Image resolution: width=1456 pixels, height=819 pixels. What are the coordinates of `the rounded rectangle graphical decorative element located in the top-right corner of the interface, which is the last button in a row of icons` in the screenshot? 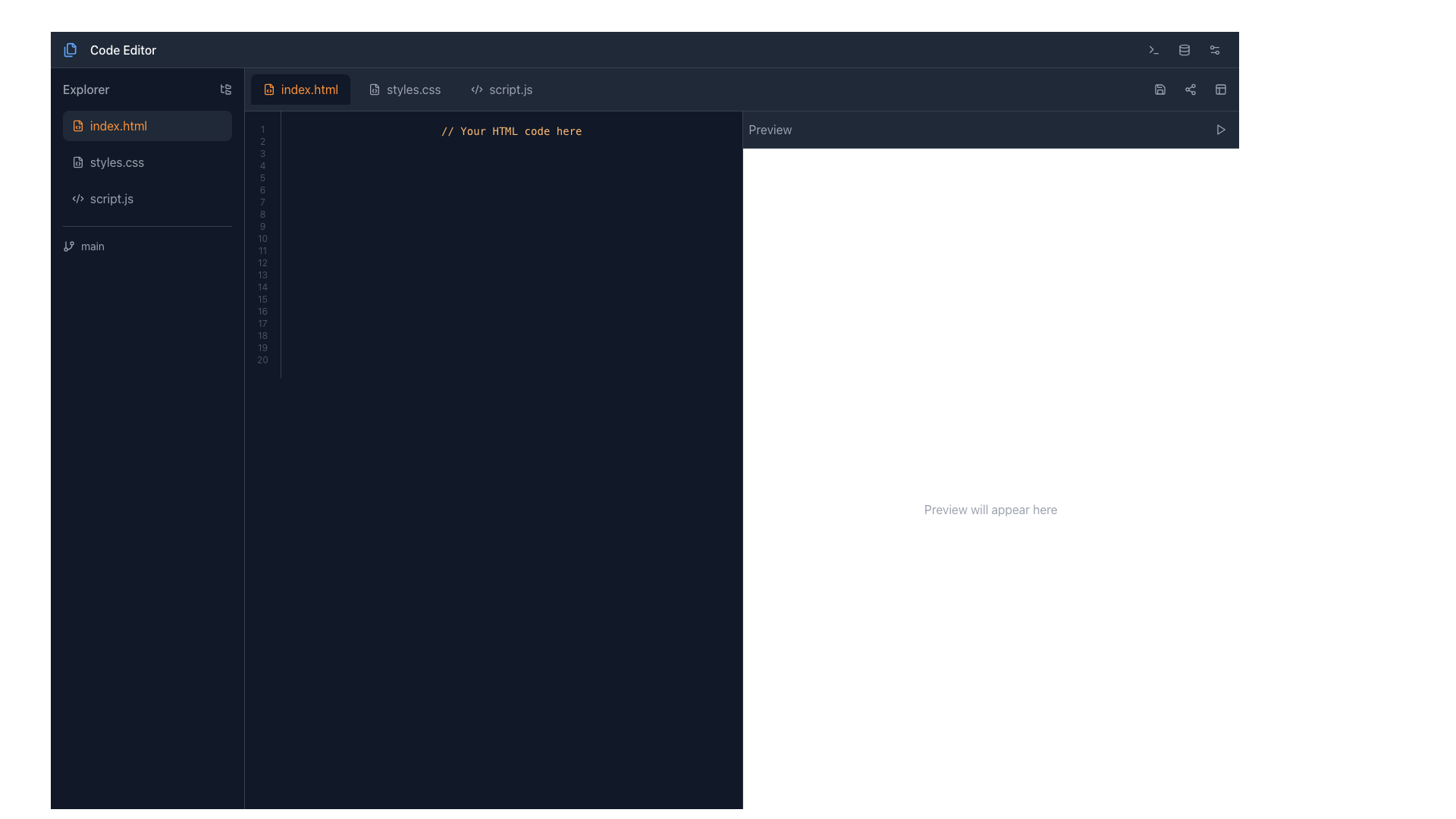 It's located at (1220, 89).